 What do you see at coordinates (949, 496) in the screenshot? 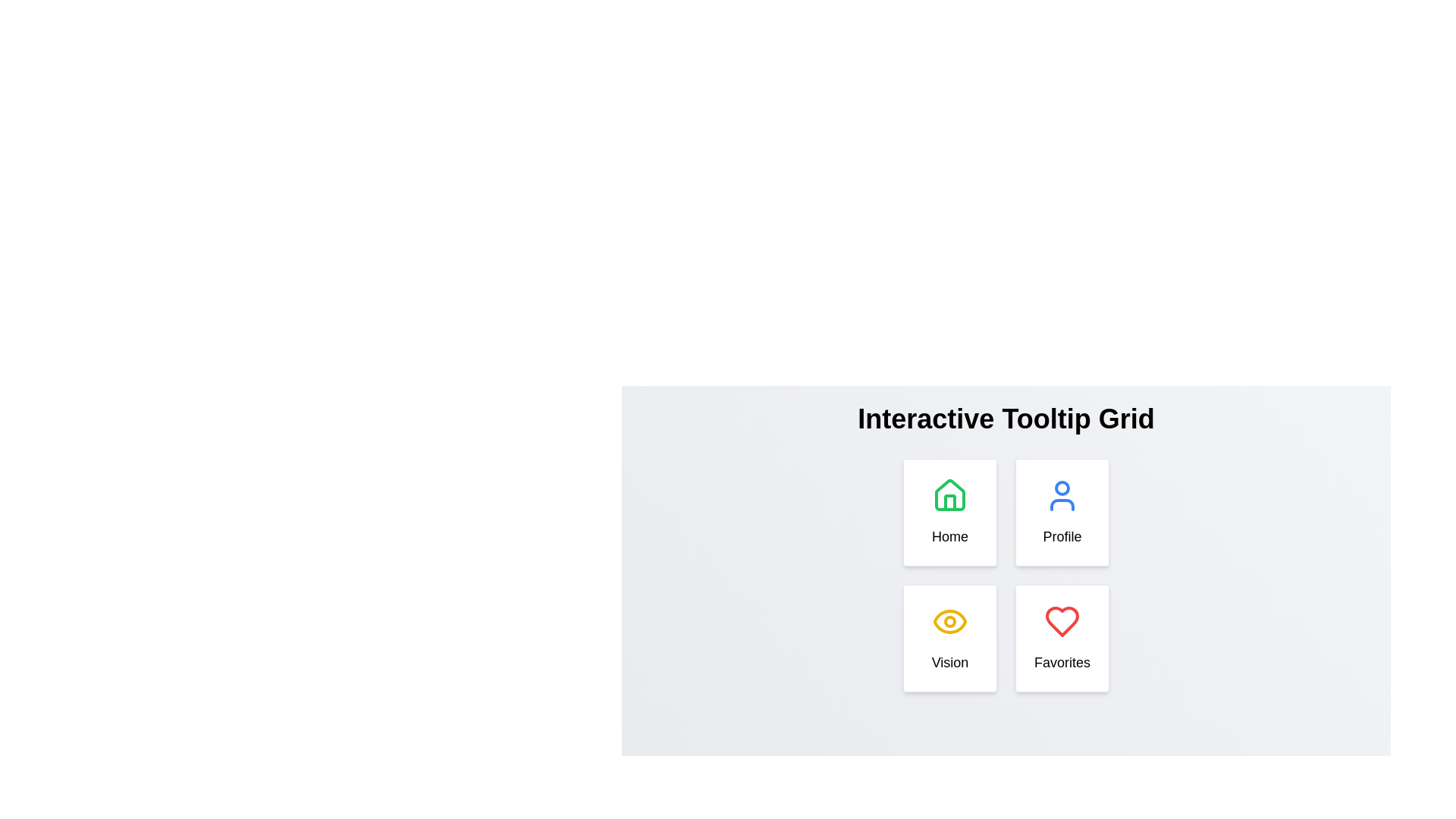
I see `the house-shaped icon with green lines located at the center-top of the 'Home' card in the 2x2 grid layout` at bounding box center [949, 496].